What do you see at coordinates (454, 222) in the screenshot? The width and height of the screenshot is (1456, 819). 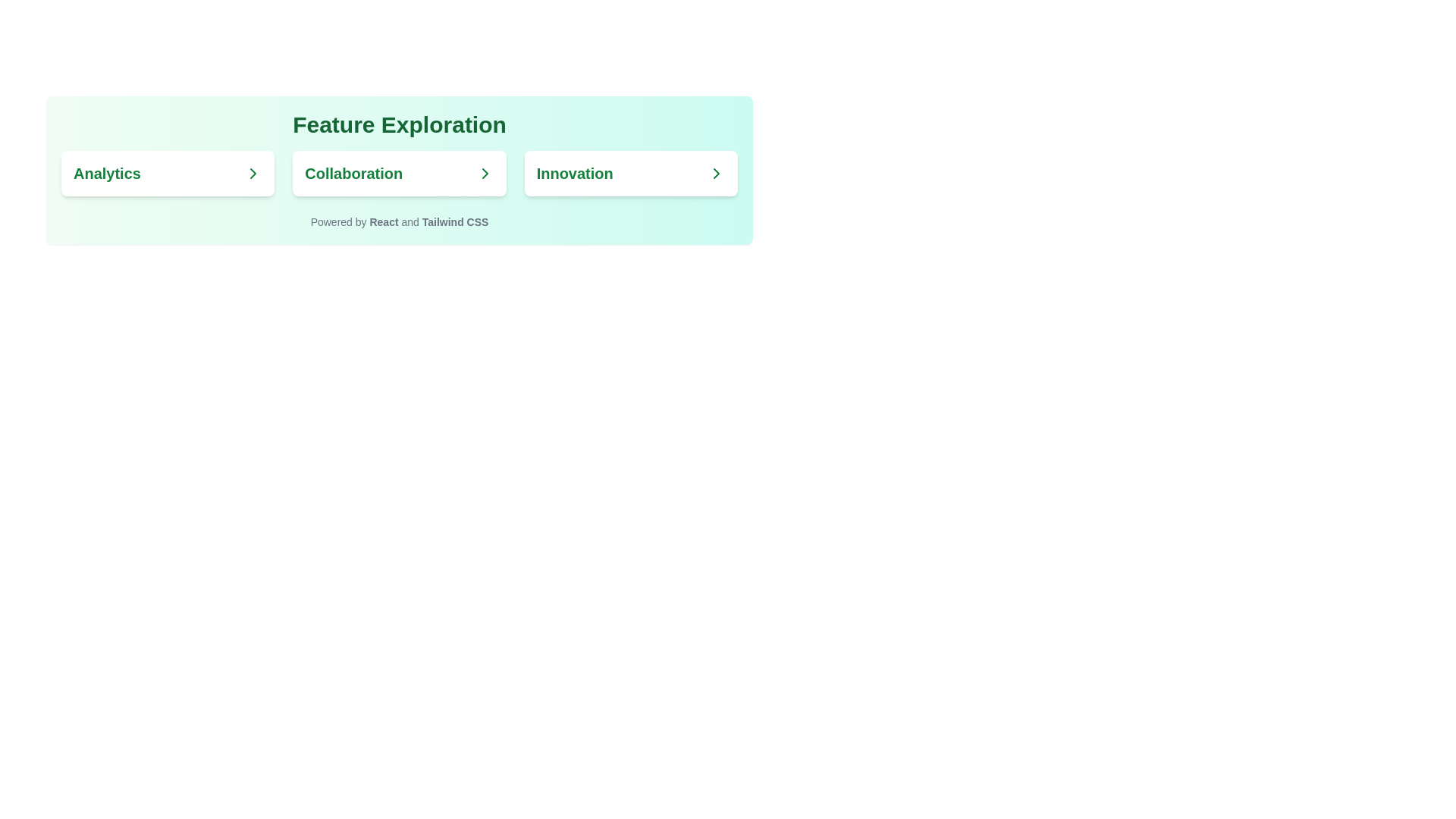 I see `text label displaying 'Tailwind CSS' located at the bottom-center of the main interface, which is the second bolded word in the sentence 'Powered by React and Tailwind CSS'` at bounding box center [454, 222].